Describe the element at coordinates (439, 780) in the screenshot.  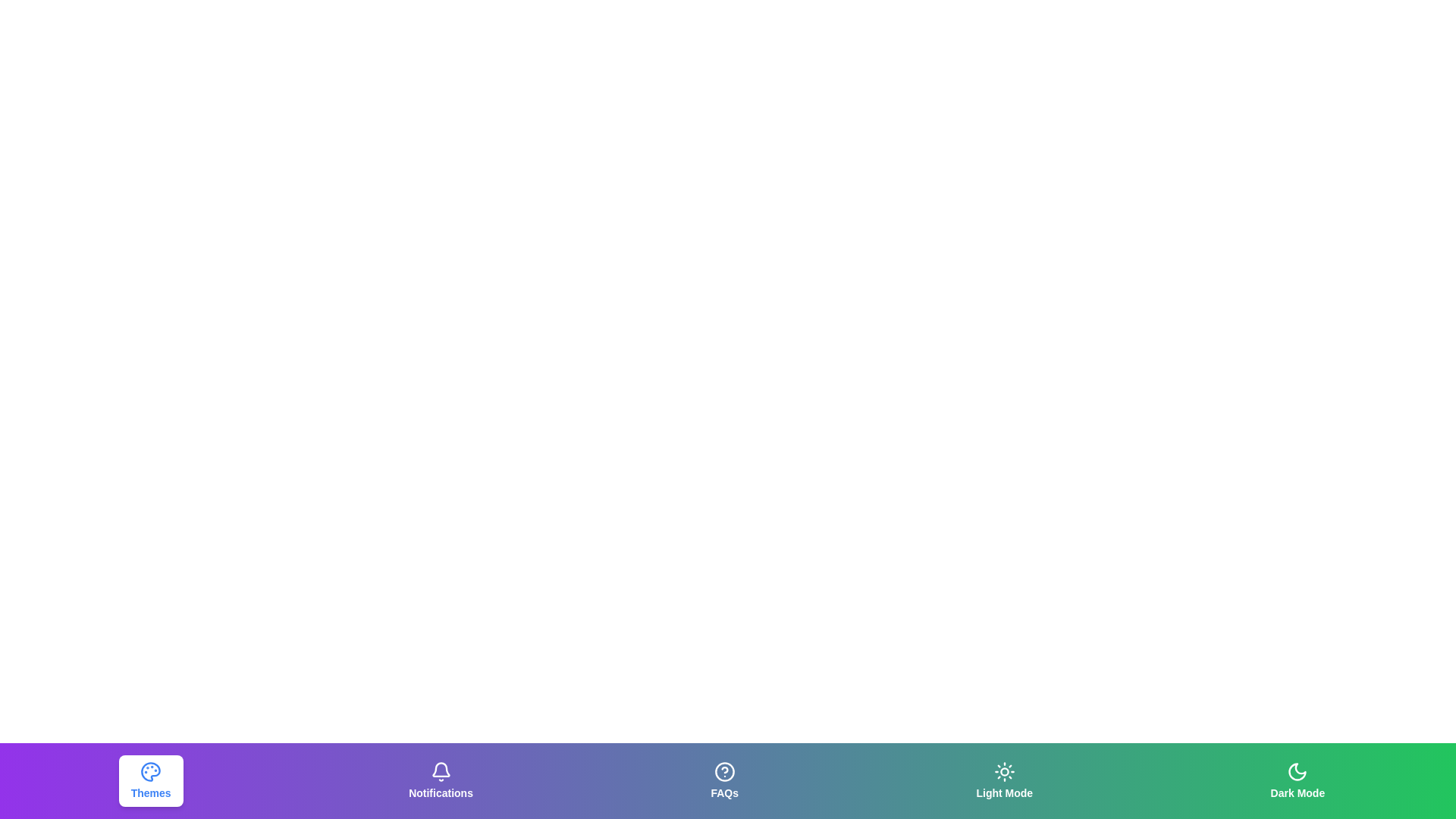
I see `the Notifications tab to observe its hover effect` at that location.